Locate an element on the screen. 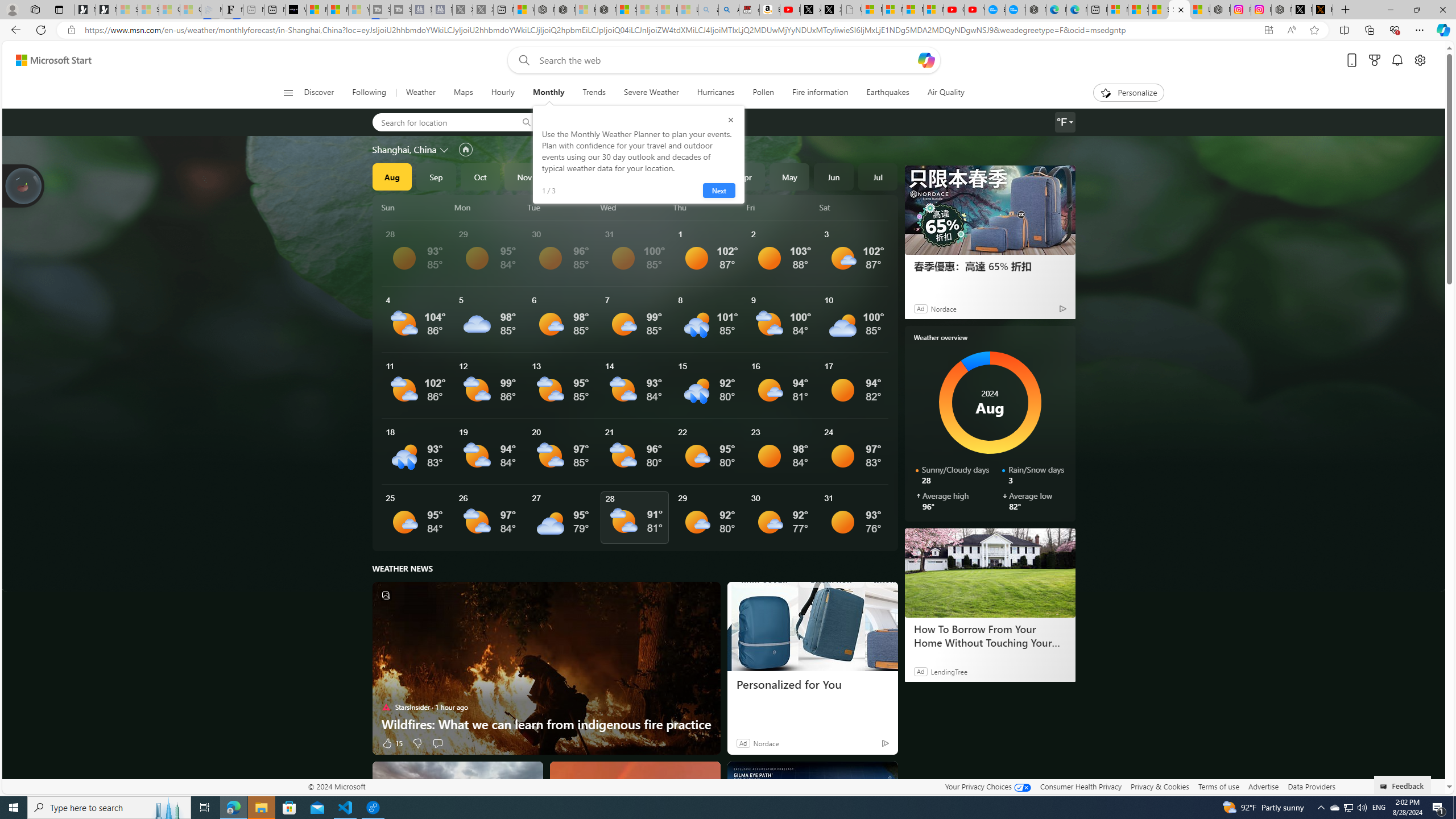 The width and height of the screenshot is (1456, 819). 'Nov' is located at coordinates (524, 176).